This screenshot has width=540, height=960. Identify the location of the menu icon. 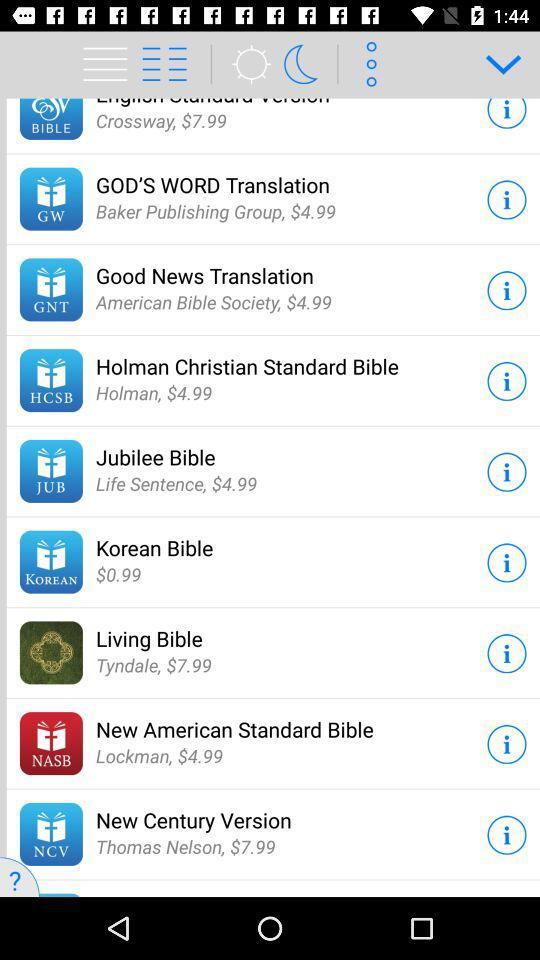
(174, 64).